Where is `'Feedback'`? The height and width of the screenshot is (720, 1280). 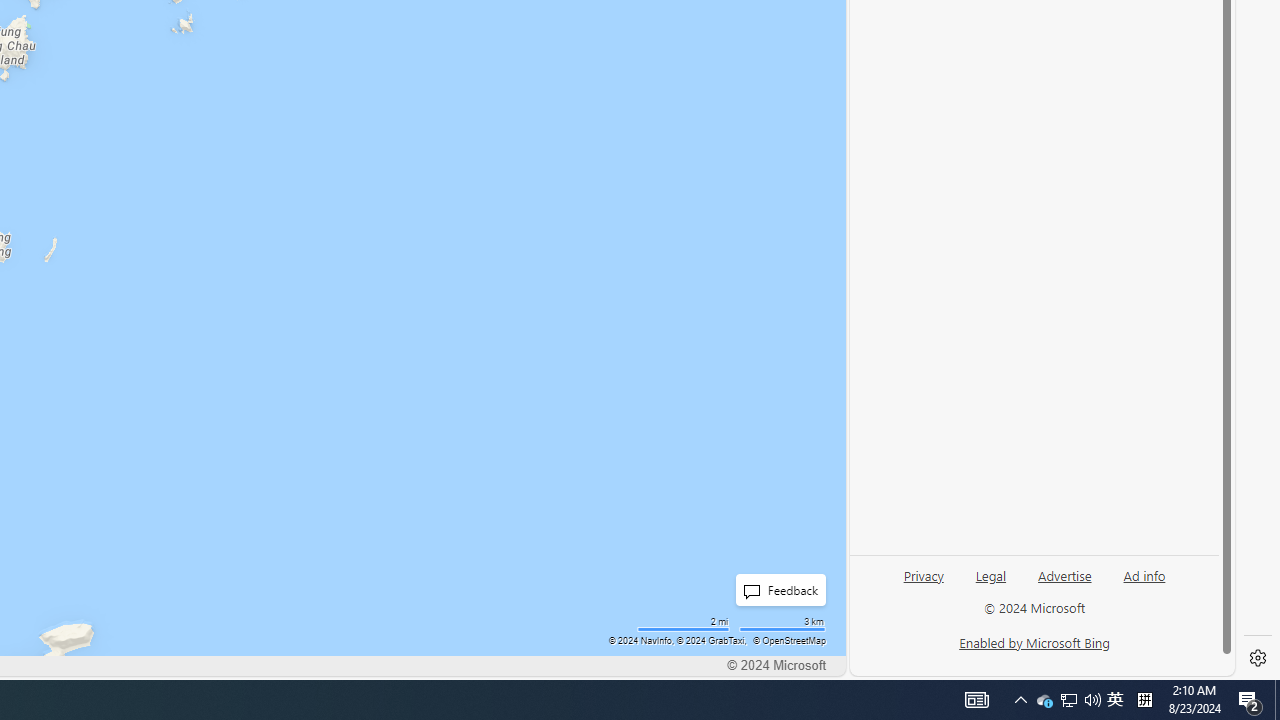 'Feedback' is located at coordinates (774, 589).